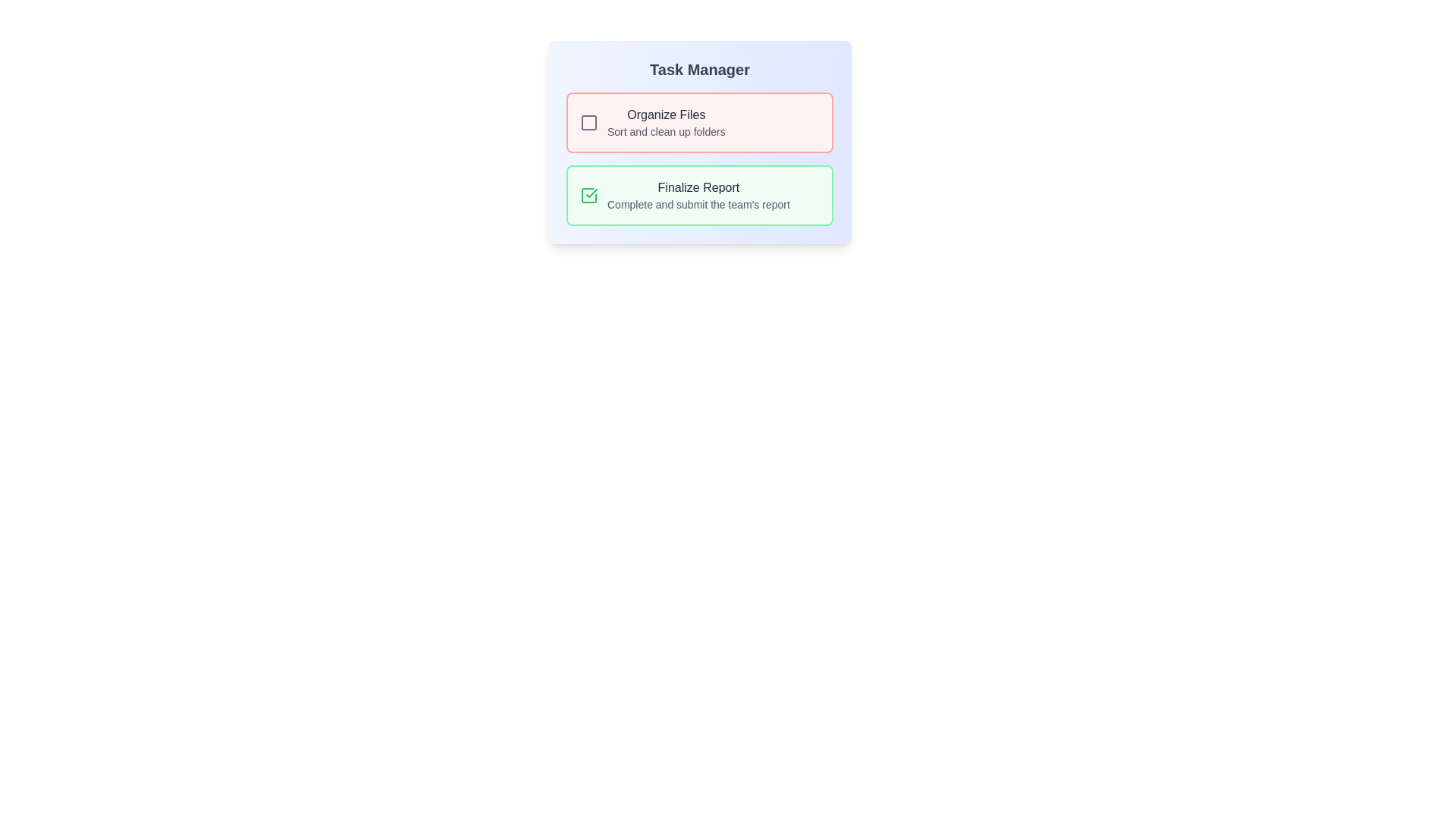  What do you see at coordinates (666, 130) in the screenshot?
I see `the text label providing additional information for the 'Organize Files' task, located in the upper central portion of the interface` at bounding box center [666, 130].